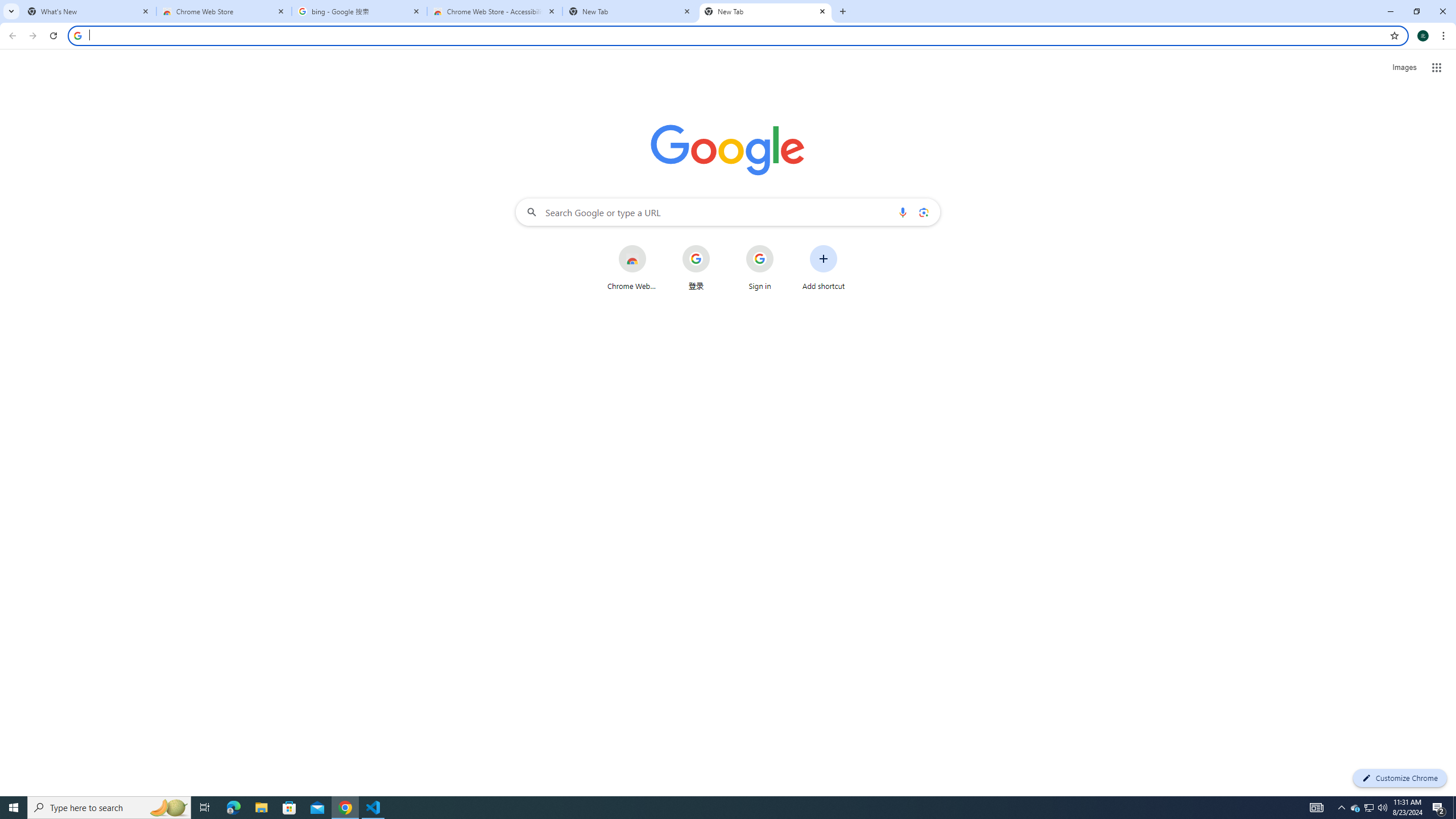  What do you see at coordinates (902, 211) in the screenshot?
I see `'Search by voice'` at bounding box center [902, 211].